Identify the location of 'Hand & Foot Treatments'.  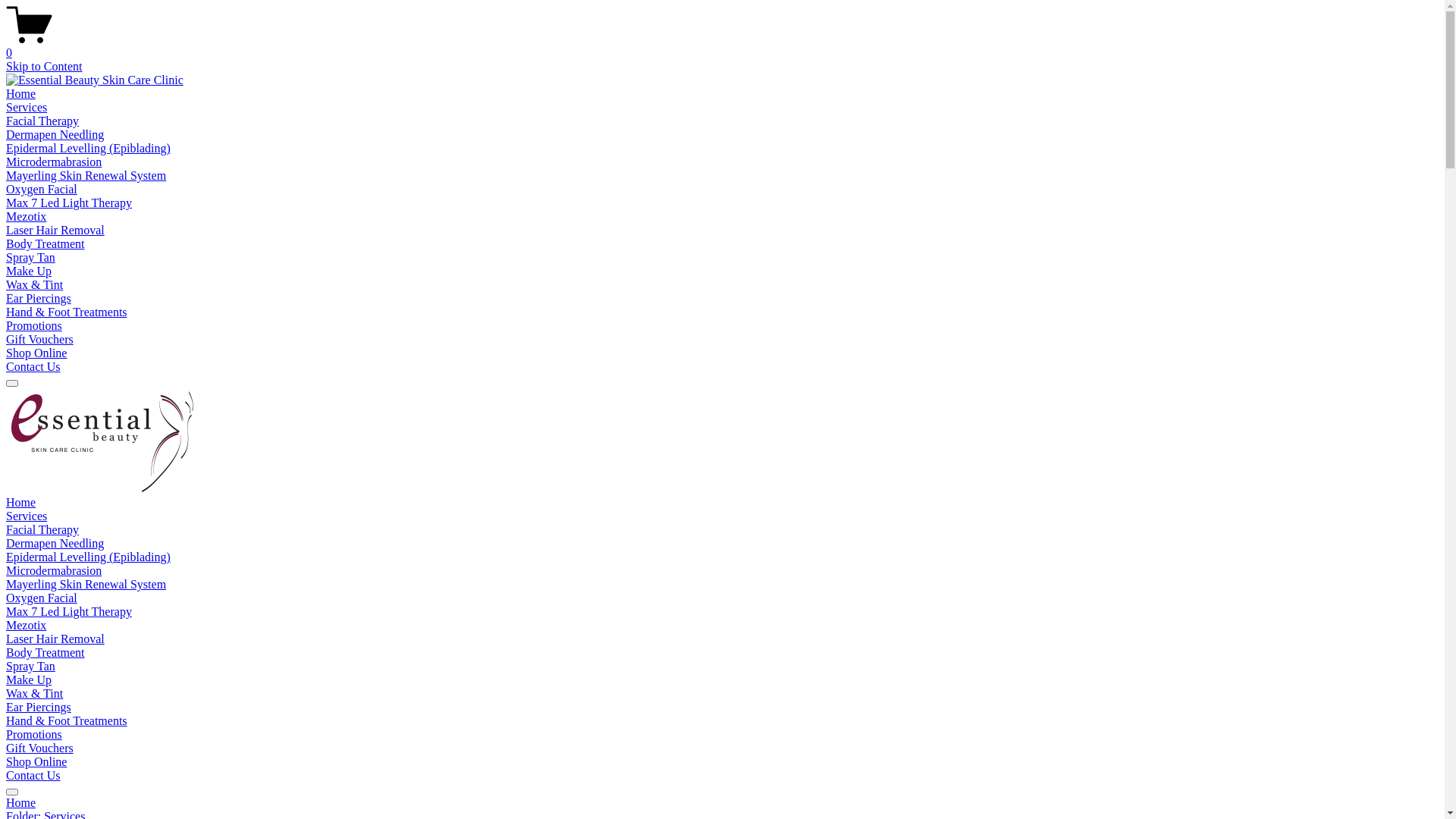
(65, 311).